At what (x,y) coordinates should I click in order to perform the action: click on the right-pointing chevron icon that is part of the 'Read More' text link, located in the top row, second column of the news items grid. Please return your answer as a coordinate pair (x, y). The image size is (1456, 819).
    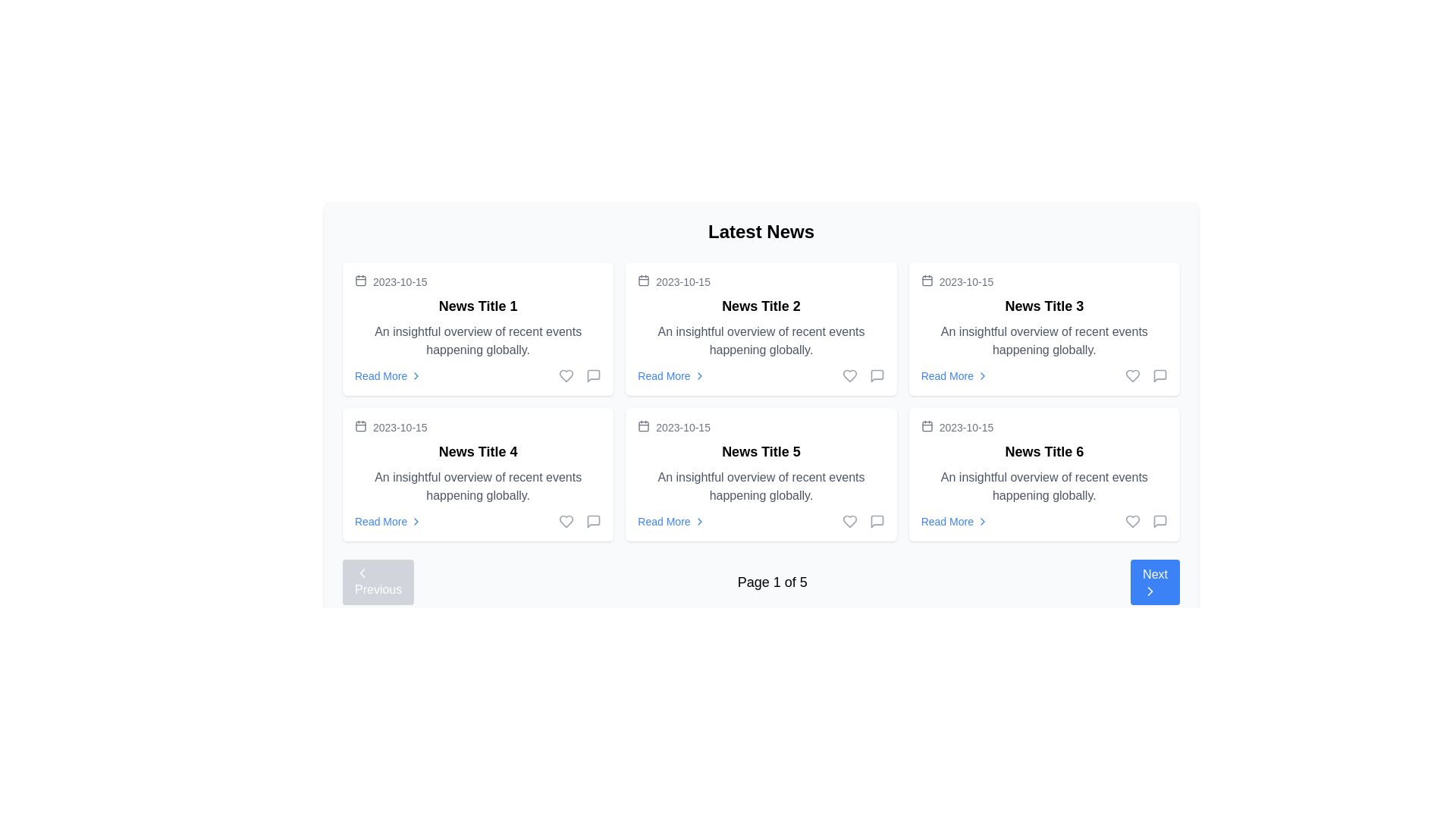
    Looking at the image, I should click on (698, 375).